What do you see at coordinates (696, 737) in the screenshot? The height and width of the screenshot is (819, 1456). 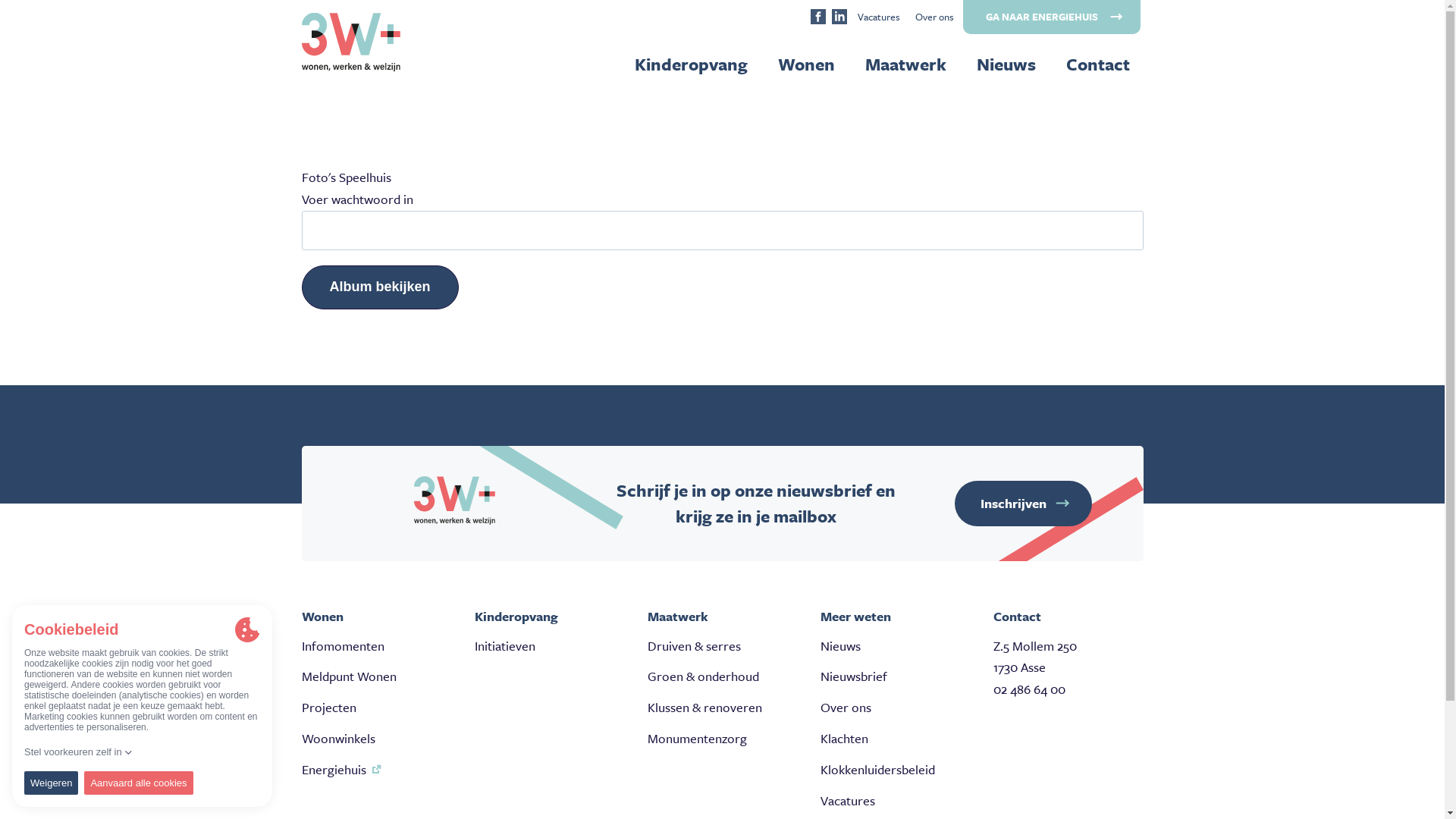 I see `'Monumentenzorg'` at bounding box center [696, 737].